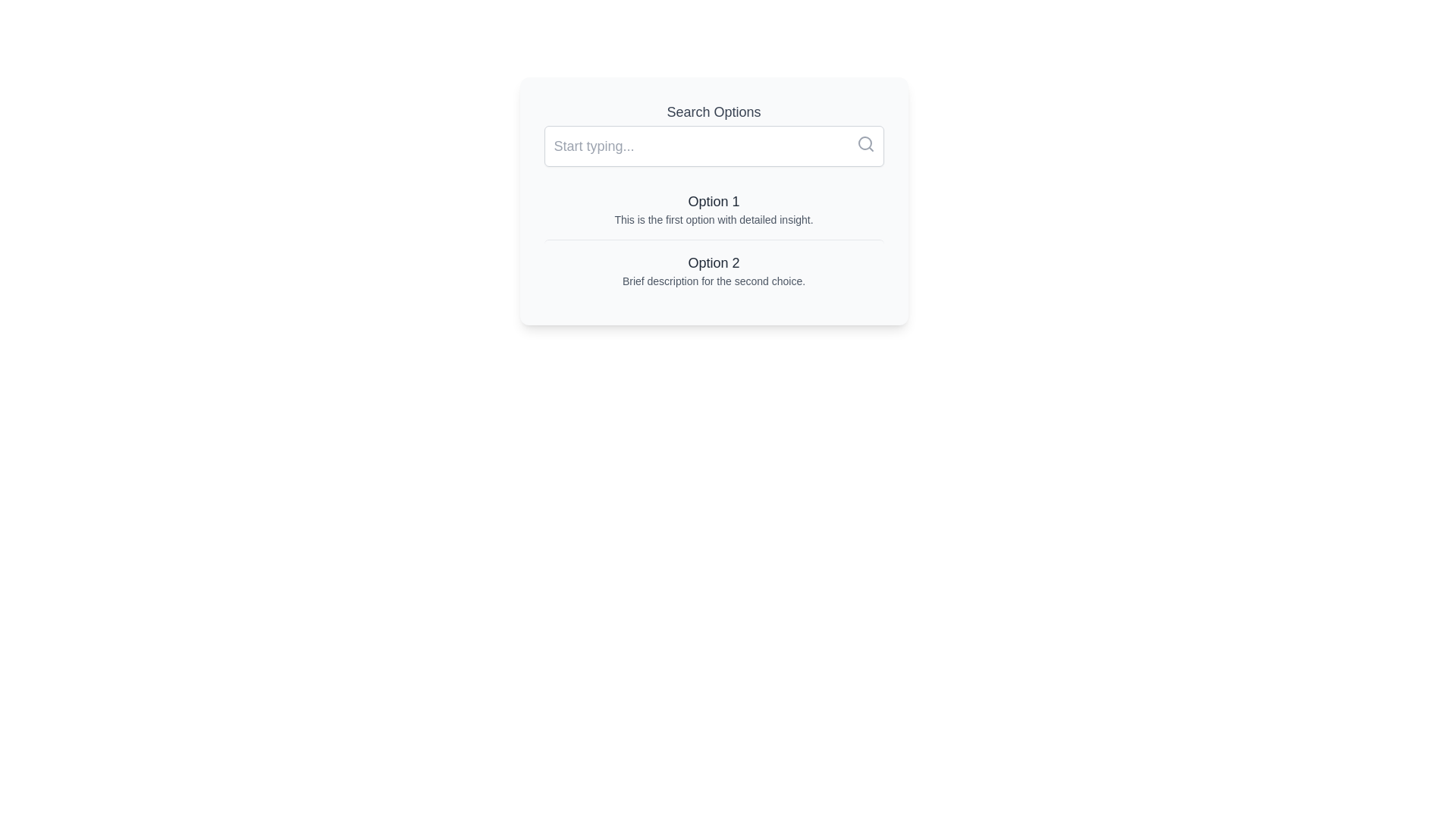 This screenshot has height=819, width=1456. I want to click on the input field of the Search Bar labeled 'Search Options' to activate text entry, so click(713, 133).